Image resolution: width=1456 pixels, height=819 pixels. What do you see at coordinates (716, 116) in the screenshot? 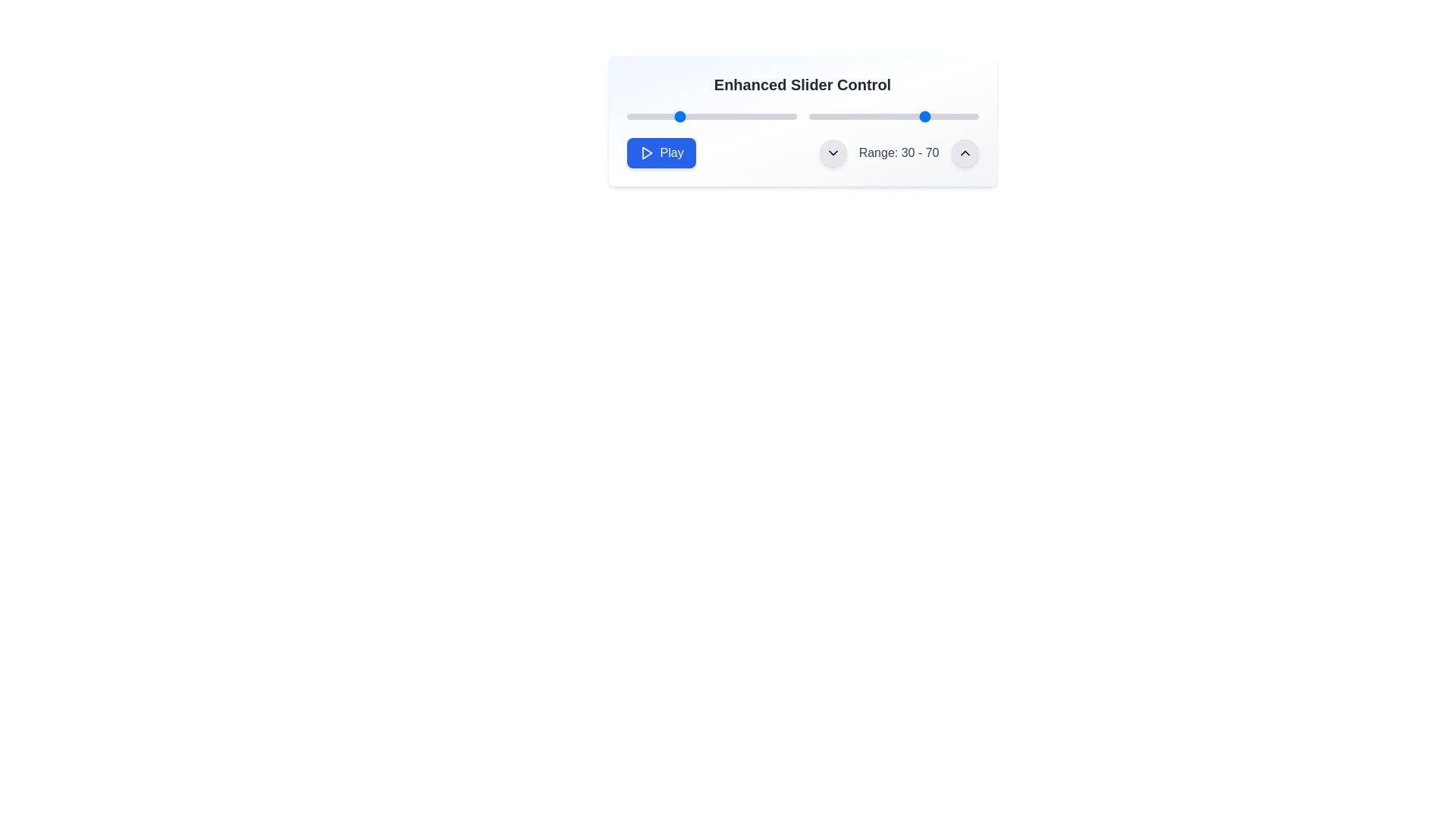
I see `the slider` at bounding box center [716, 116].